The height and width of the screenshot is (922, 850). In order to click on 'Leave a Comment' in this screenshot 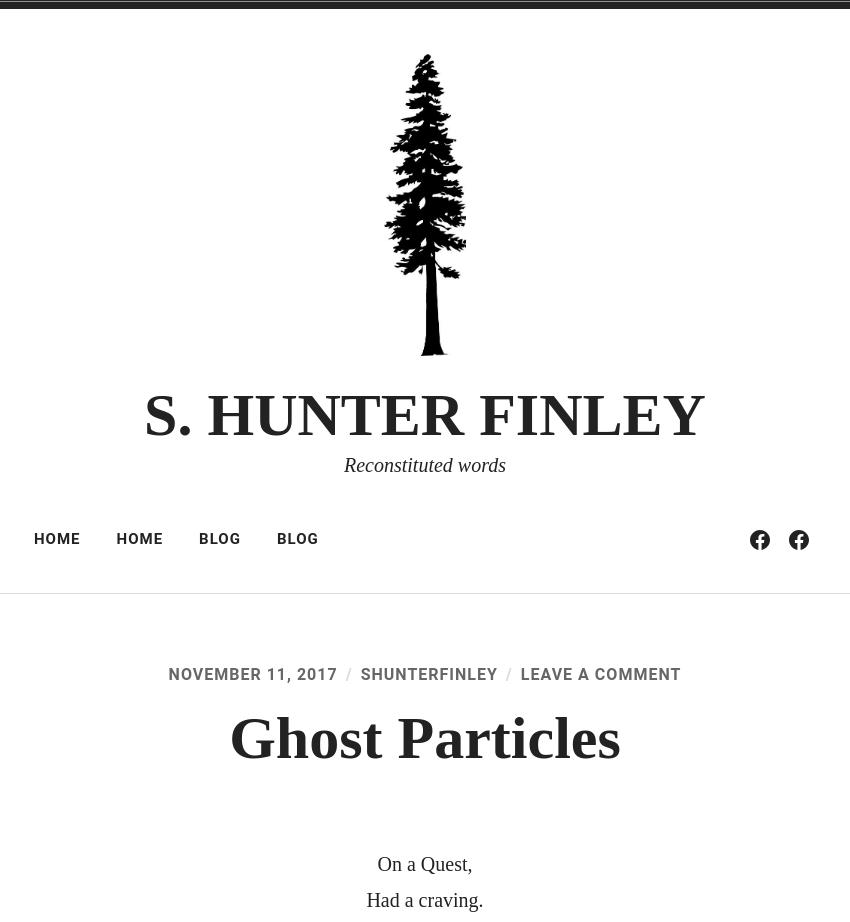, I will do `click(599, 674)`.